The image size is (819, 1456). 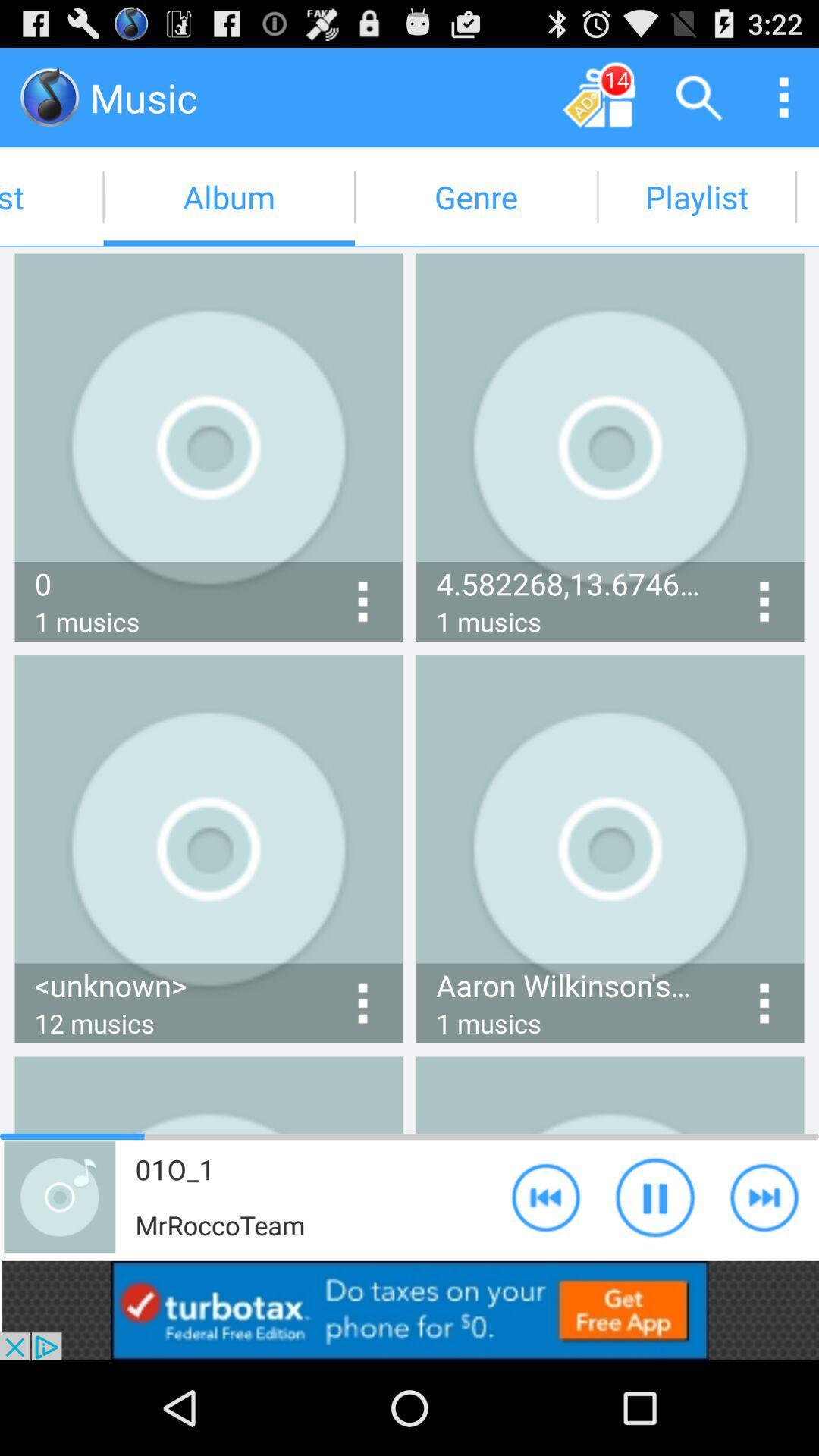 What do you see at coordinates (654, 1196) in the screenshot?
I see `pause audio` at bounding box center [654, 1196].